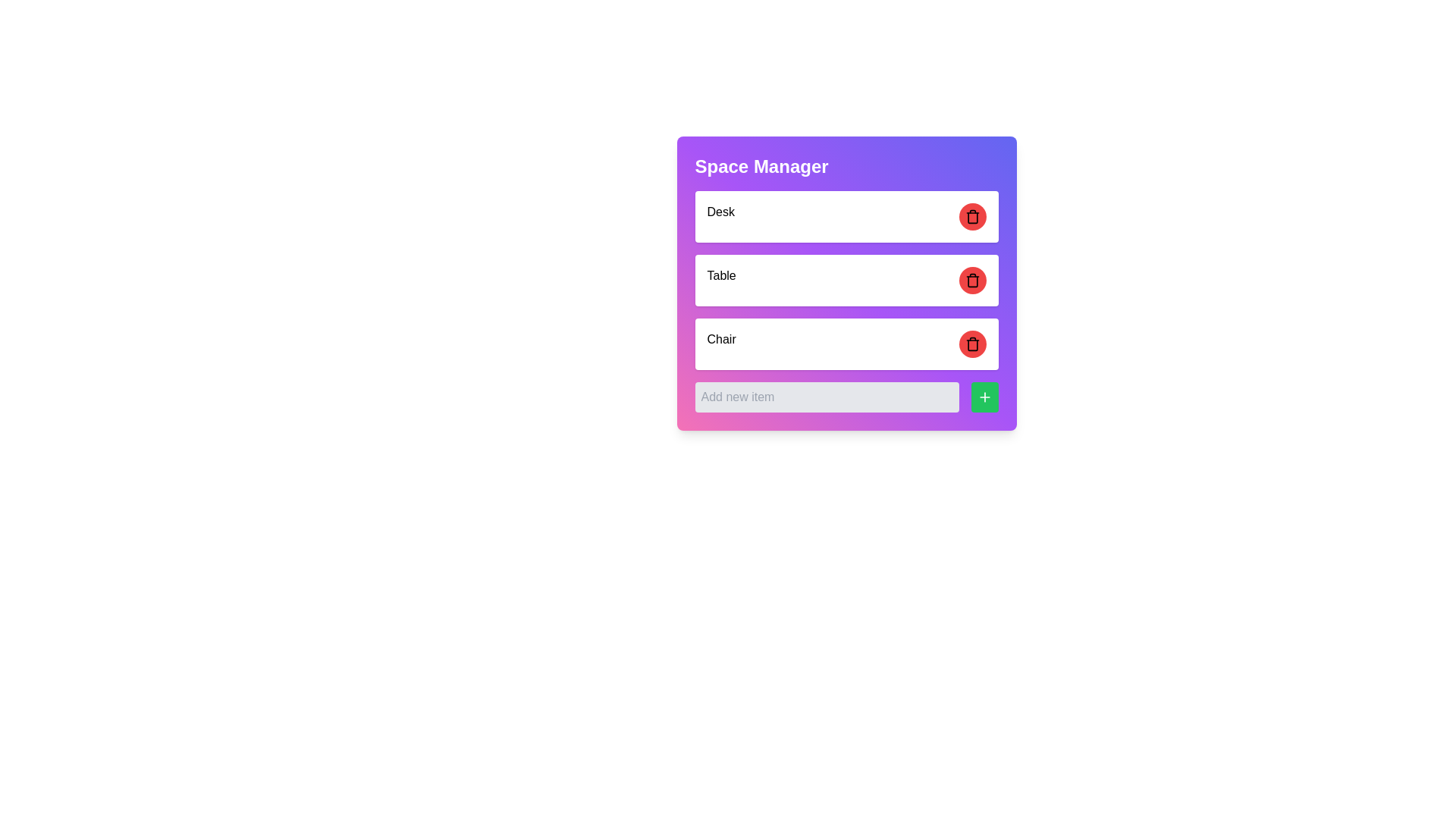 The width and height of the screenshot is (1456, 819). I want to click on the input field labeled 'Add new item' located at the bottom of the 'Space Manager' card to focus on it, so click(846, 397).